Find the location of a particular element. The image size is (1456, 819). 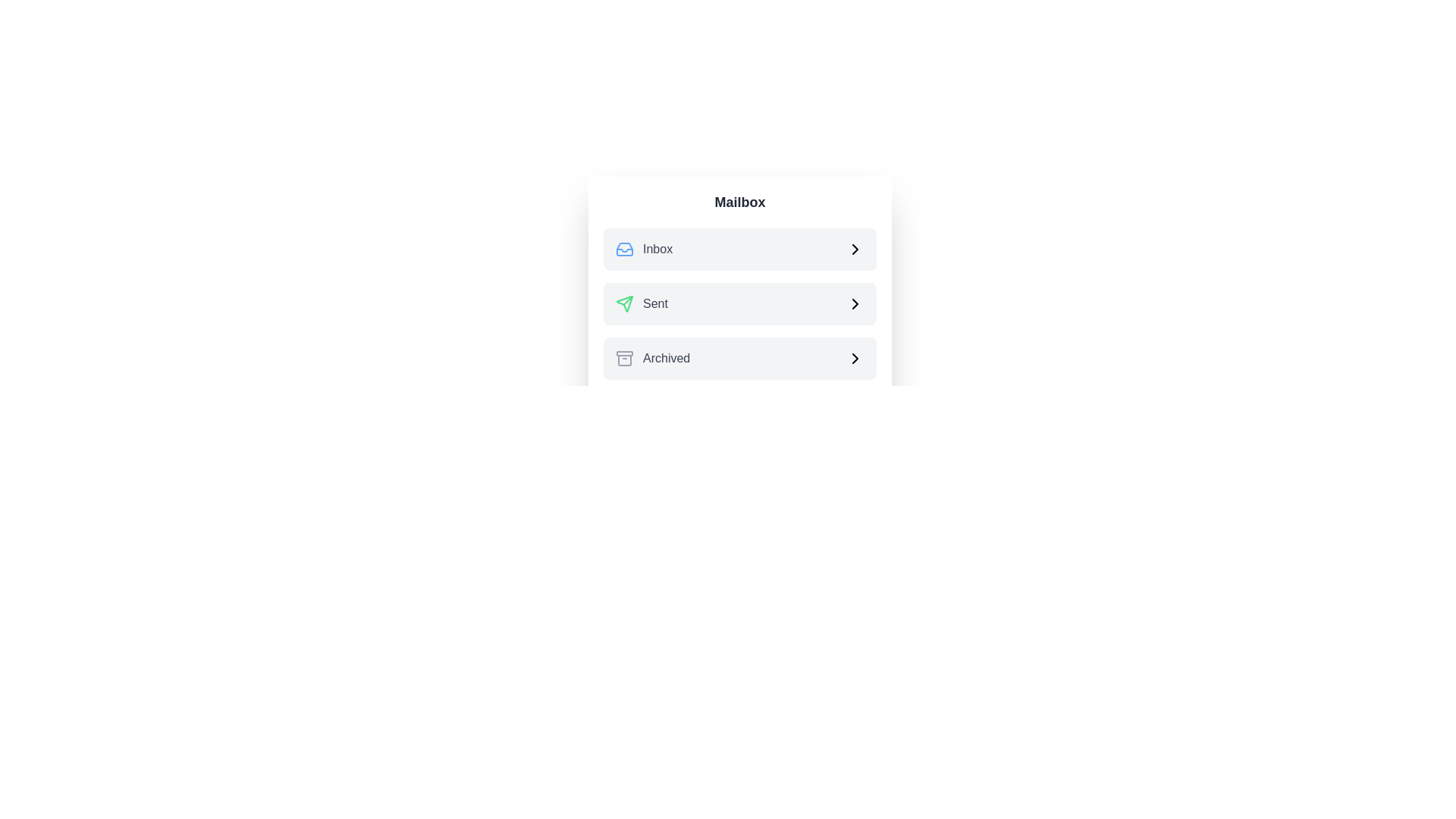

the 'Inbox' Label with Icon is located at coordinates (644, 248).